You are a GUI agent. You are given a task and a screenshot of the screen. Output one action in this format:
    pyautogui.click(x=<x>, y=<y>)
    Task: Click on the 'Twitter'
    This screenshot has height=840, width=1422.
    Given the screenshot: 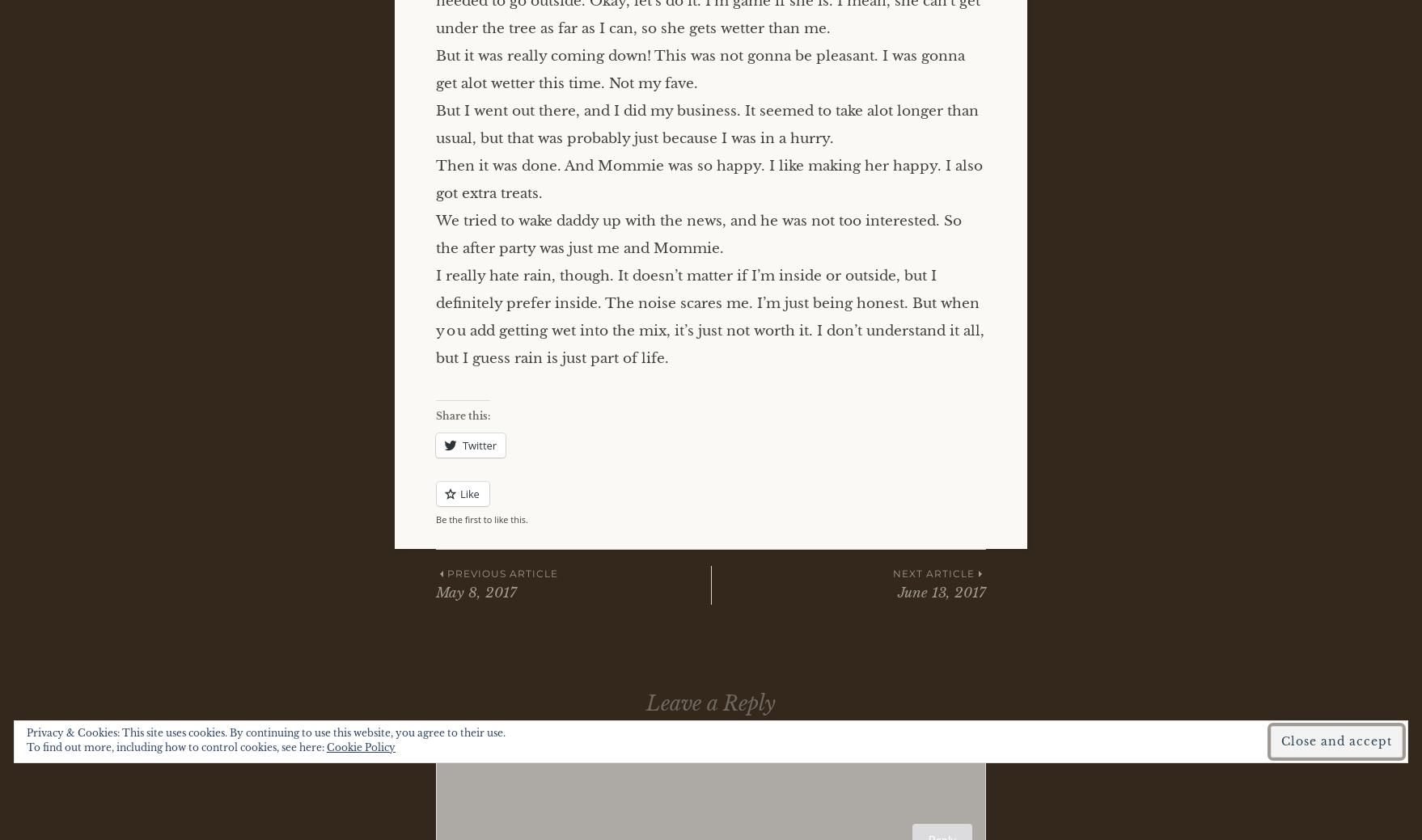 What is the action you would take?
    pyautogui.click(x=479, y=445)
    